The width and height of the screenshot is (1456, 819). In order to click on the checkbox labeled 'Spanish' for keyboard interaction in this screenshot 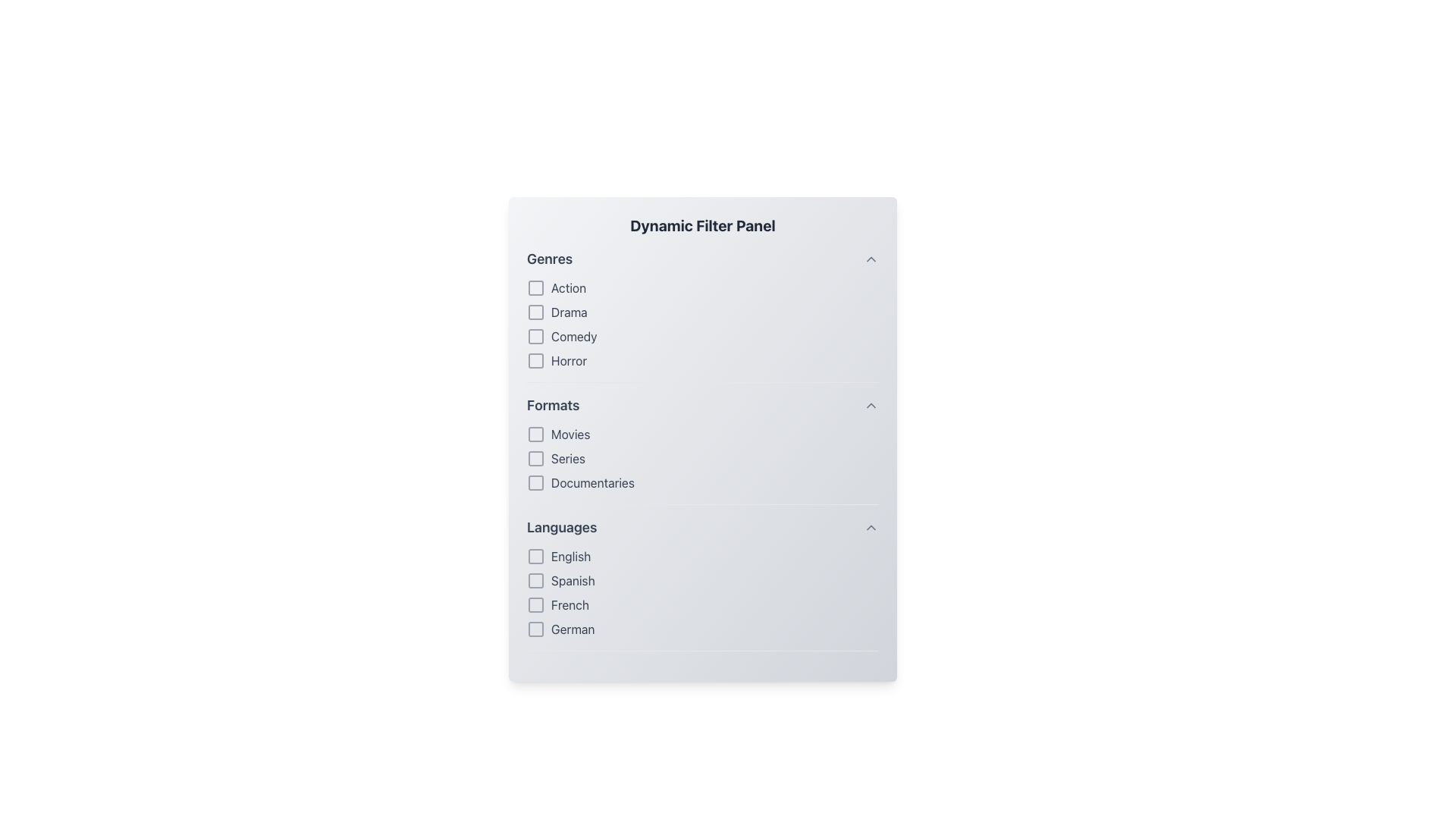, I will do `click(701, 580)`.